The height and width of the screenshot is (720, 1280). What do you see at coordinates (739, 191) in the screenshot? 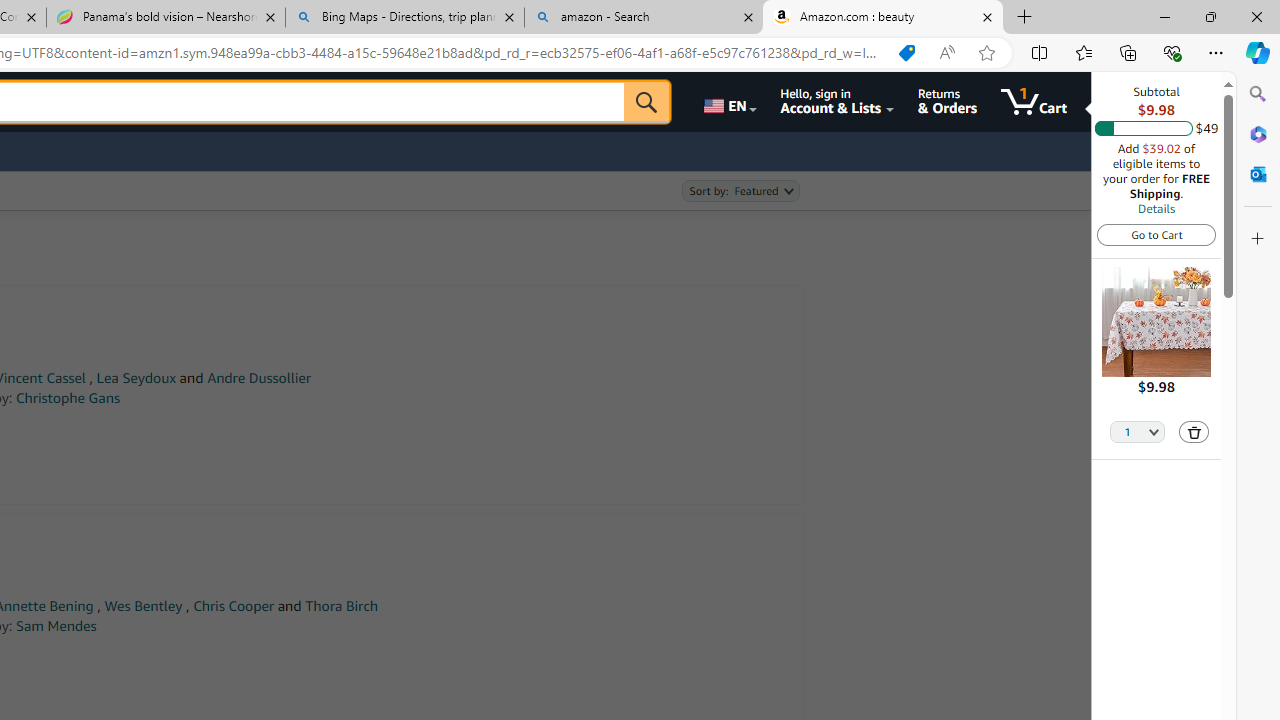
I see `'Sort by:'` at bounding box center [739, 191].